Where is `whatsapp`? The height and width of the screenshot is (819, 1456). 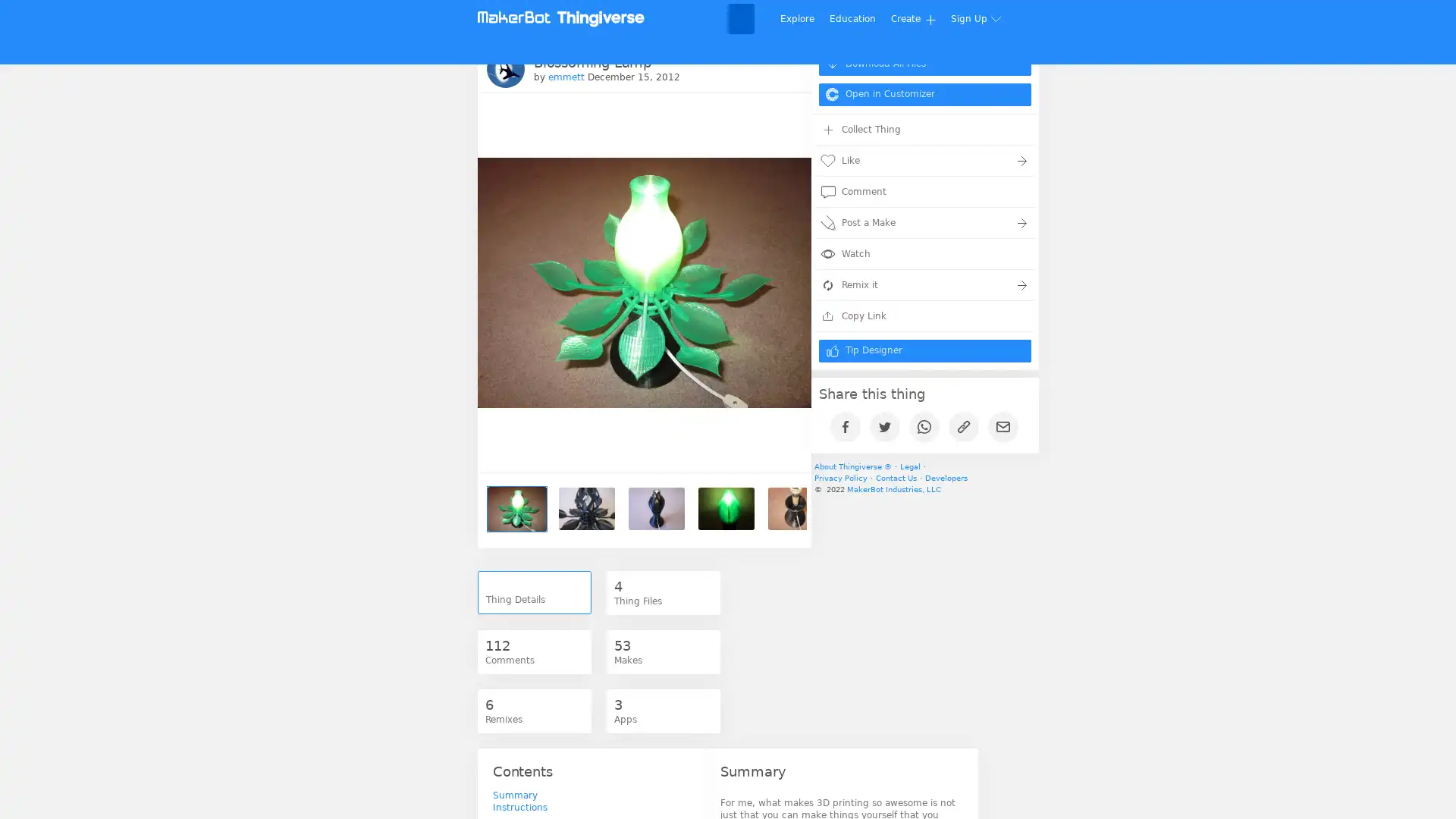
whatsapp is located at coordinates (927, 425).